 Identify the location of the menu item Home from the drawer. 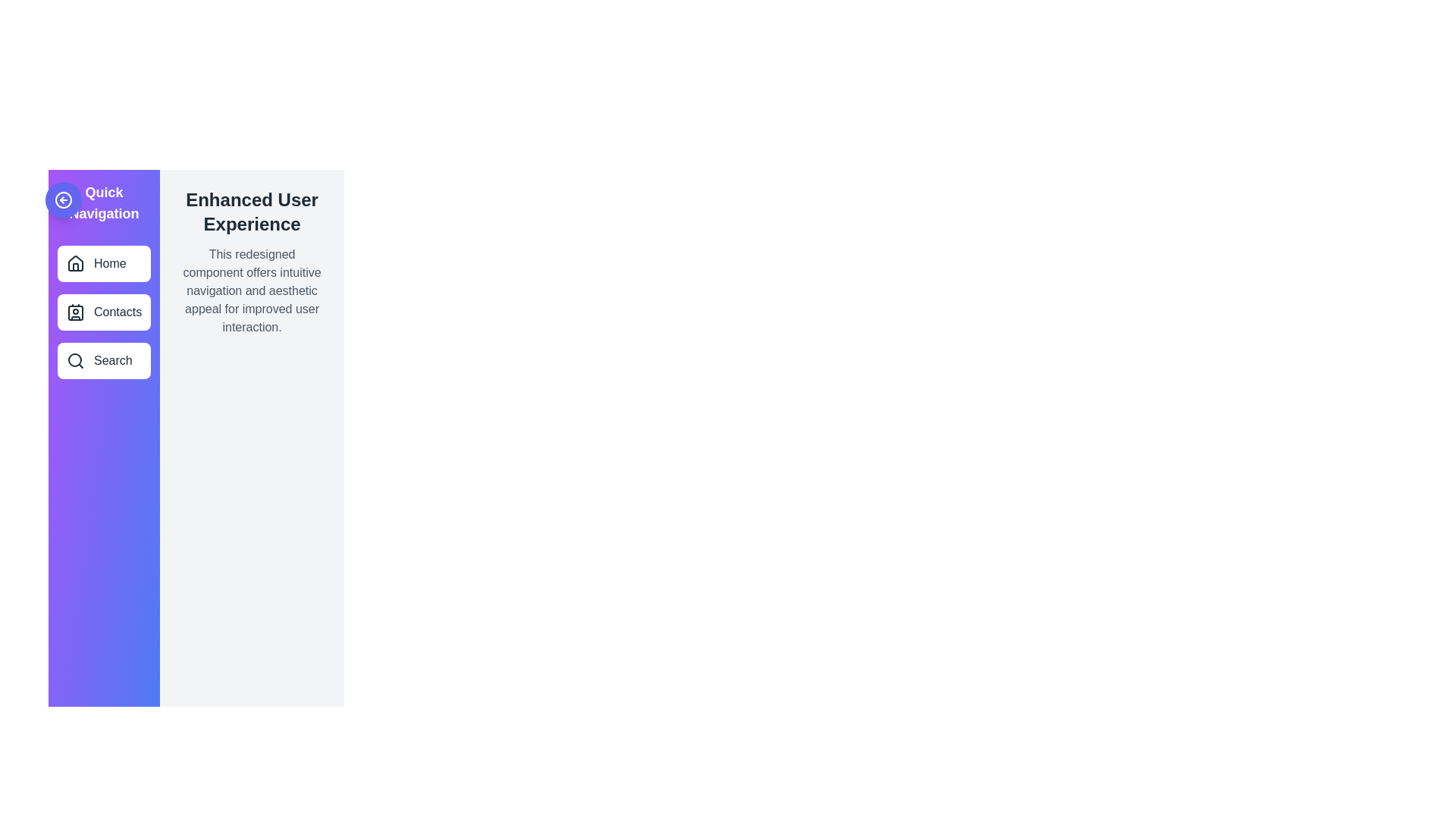
(103, 262).